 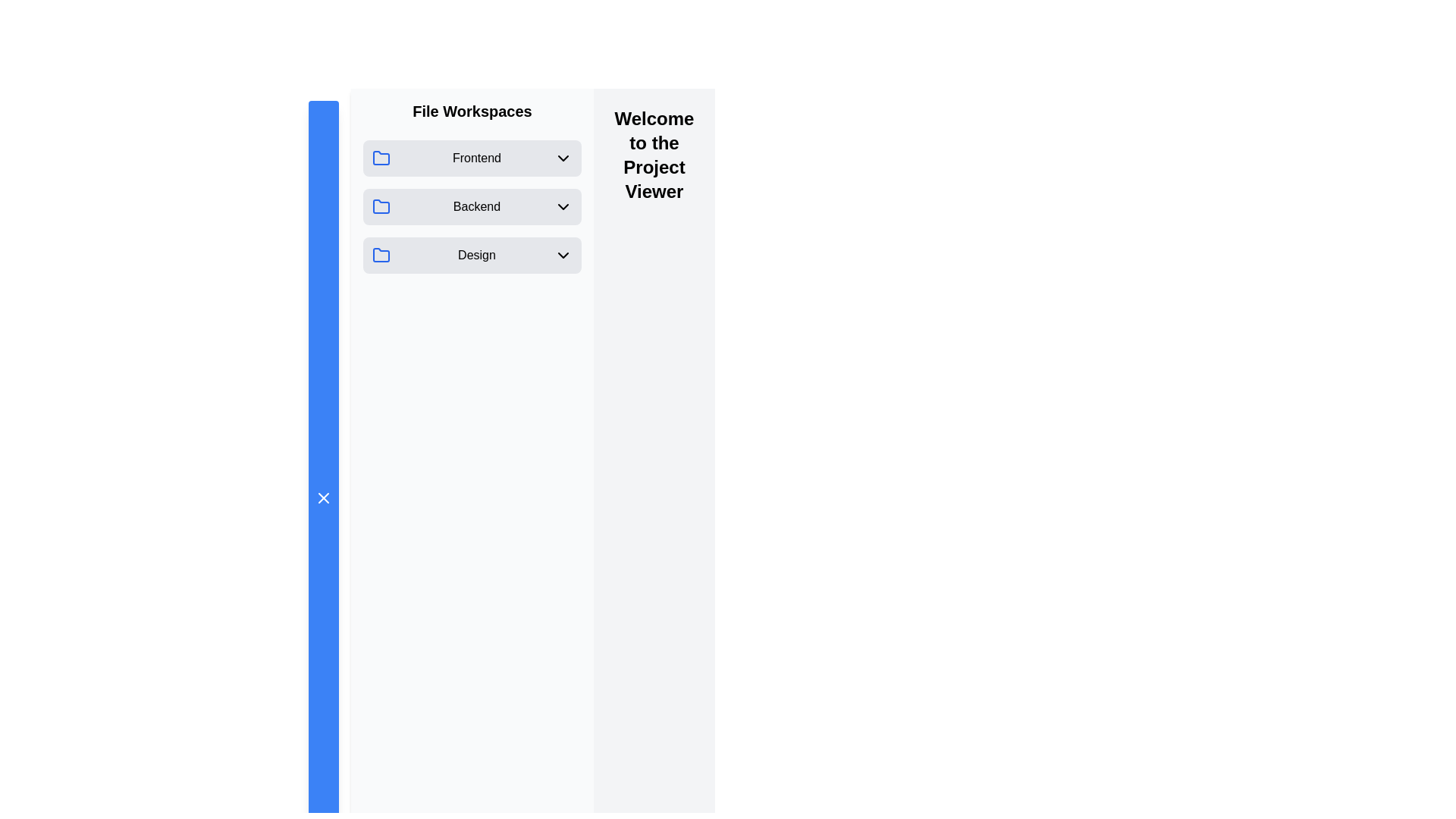 I want to click on the blue folder icon located in the left panel under the 'File Workspaces' section, adjacent to the 'Frontend' text label, so click(x=381, y=158).